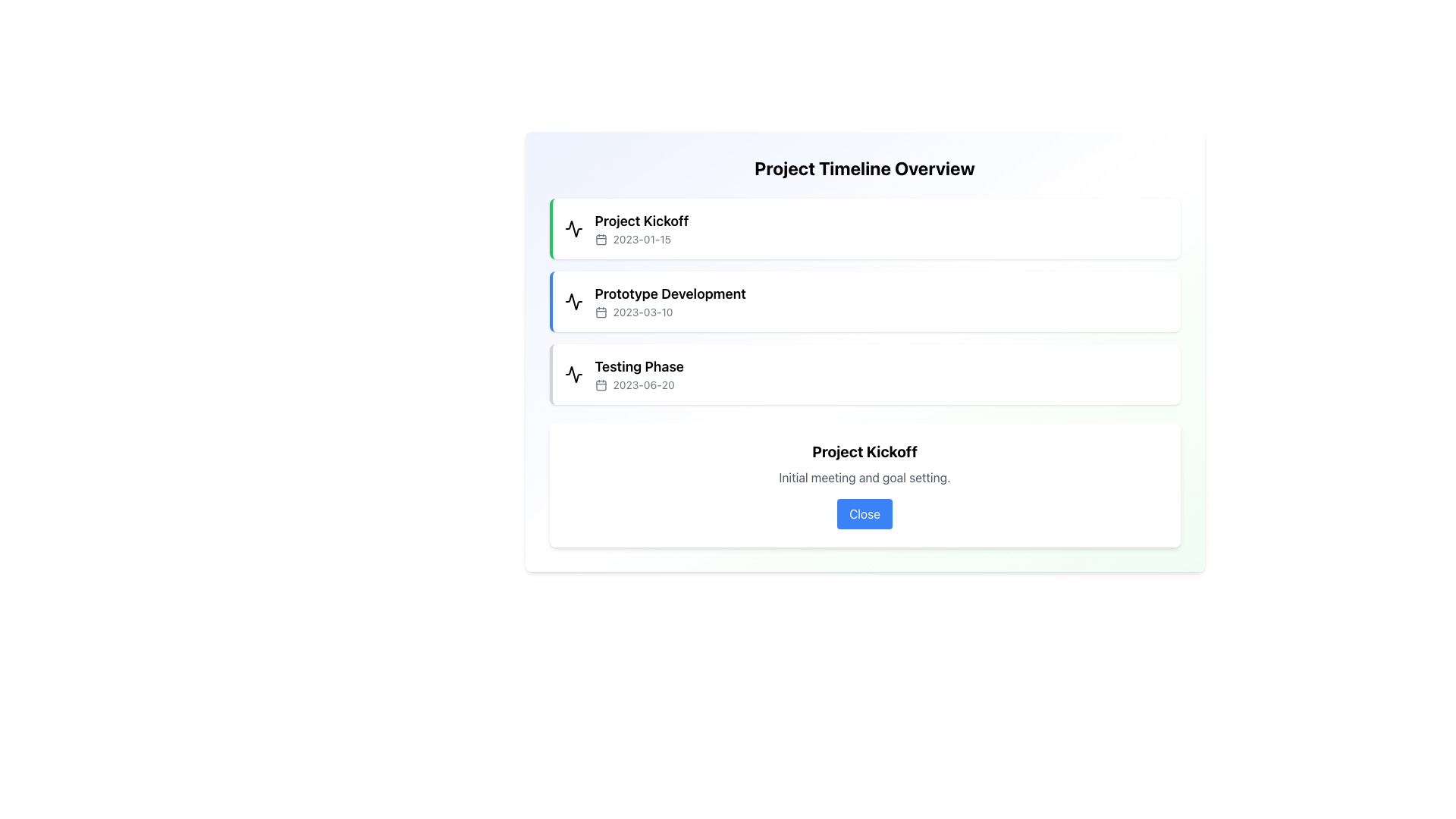 The width and height of the screenshot is (1456, 819). Describe the element at coordinates (864, 513) in the screenshot. I see `the 'Close' button, which is a bright blue rectangular button with white text, located at the bottom-center of the white box containing information about the 'Project Kickoff' meeting` at that location.